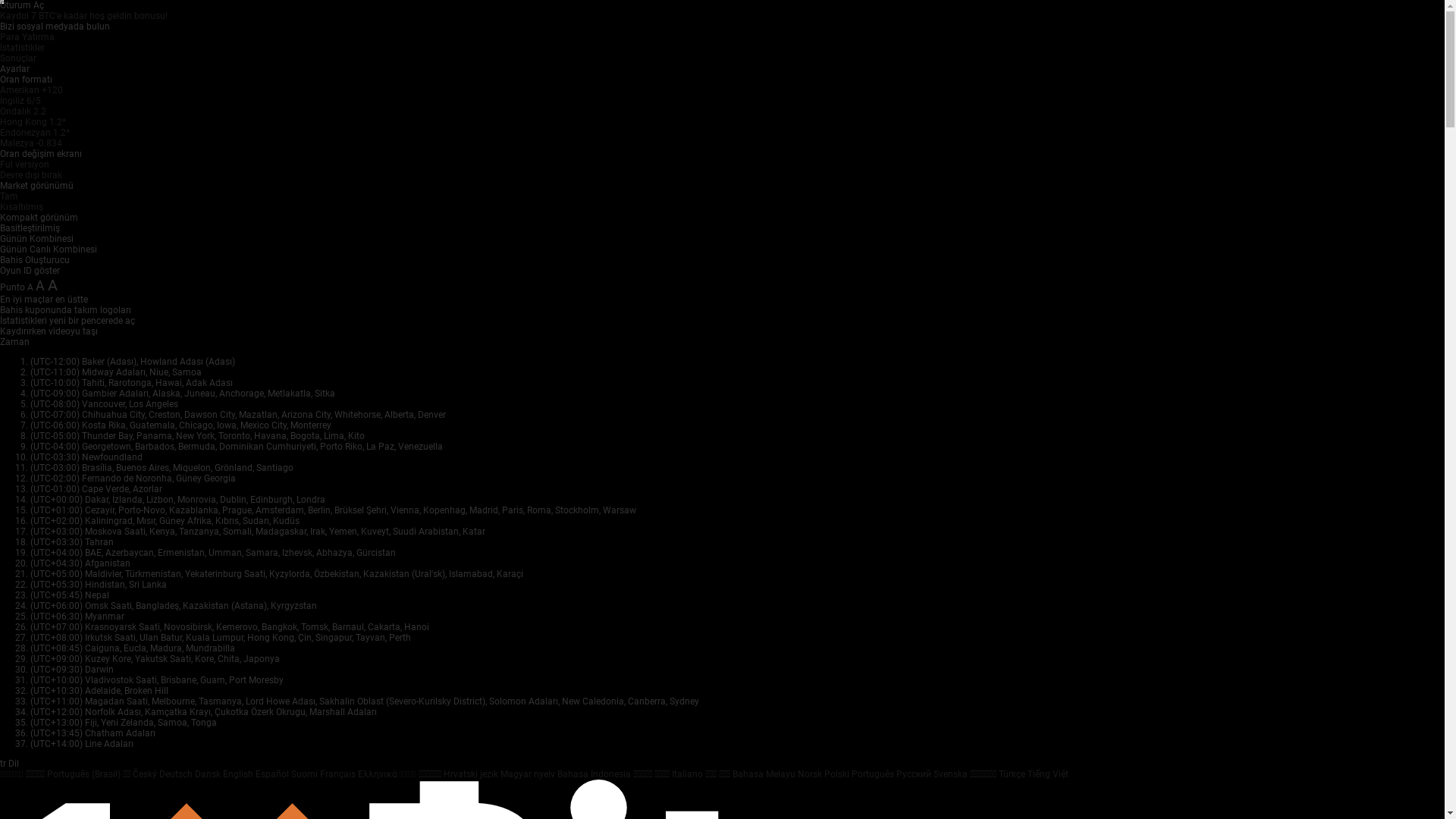  I want to click on 'Svenska', so click(950, 774).